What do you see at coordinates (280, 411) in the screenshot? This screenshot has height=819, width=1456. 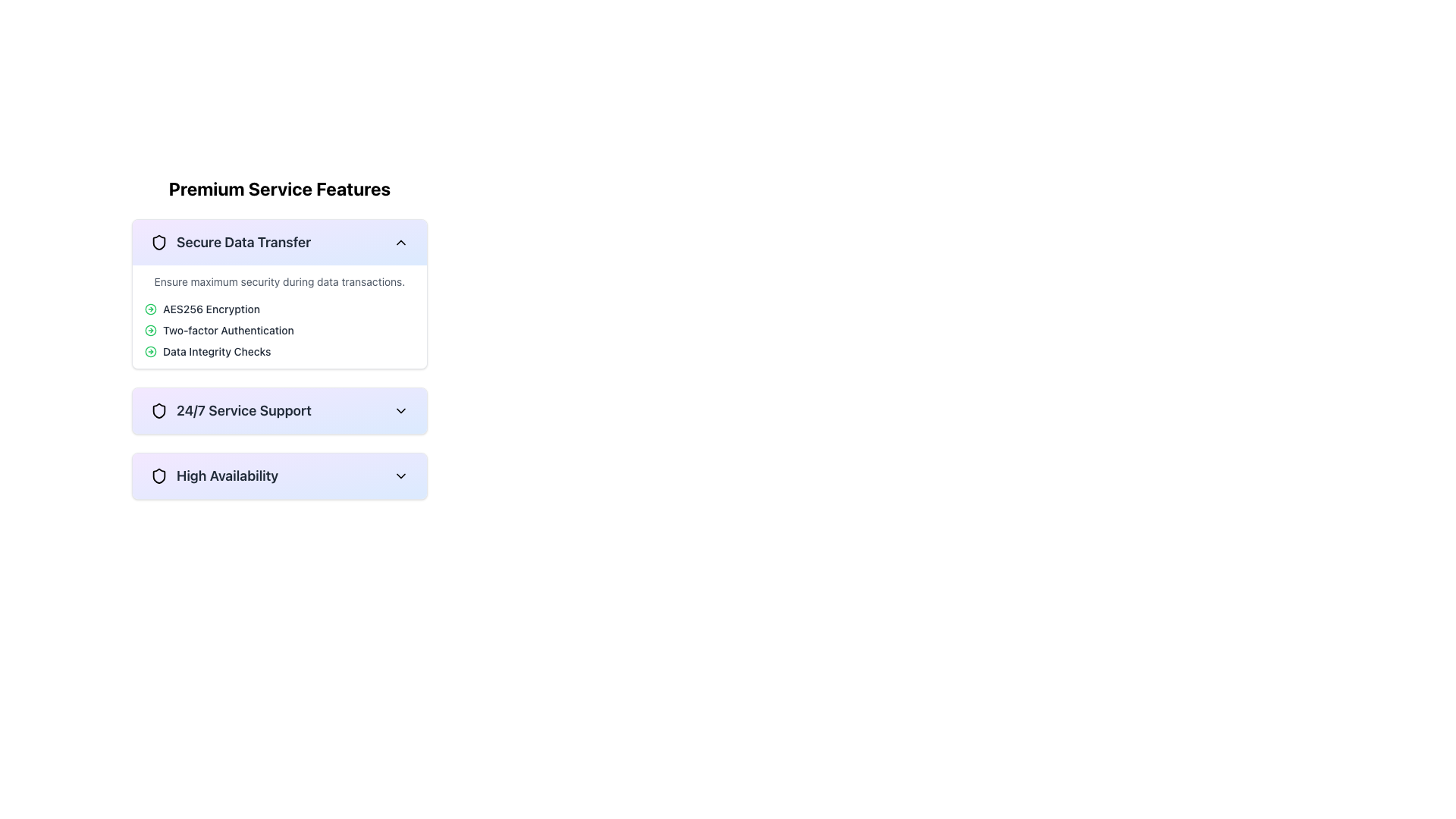 I see `the '24/7 Service Support' collapsible header item` at bounding box center [280, 411].